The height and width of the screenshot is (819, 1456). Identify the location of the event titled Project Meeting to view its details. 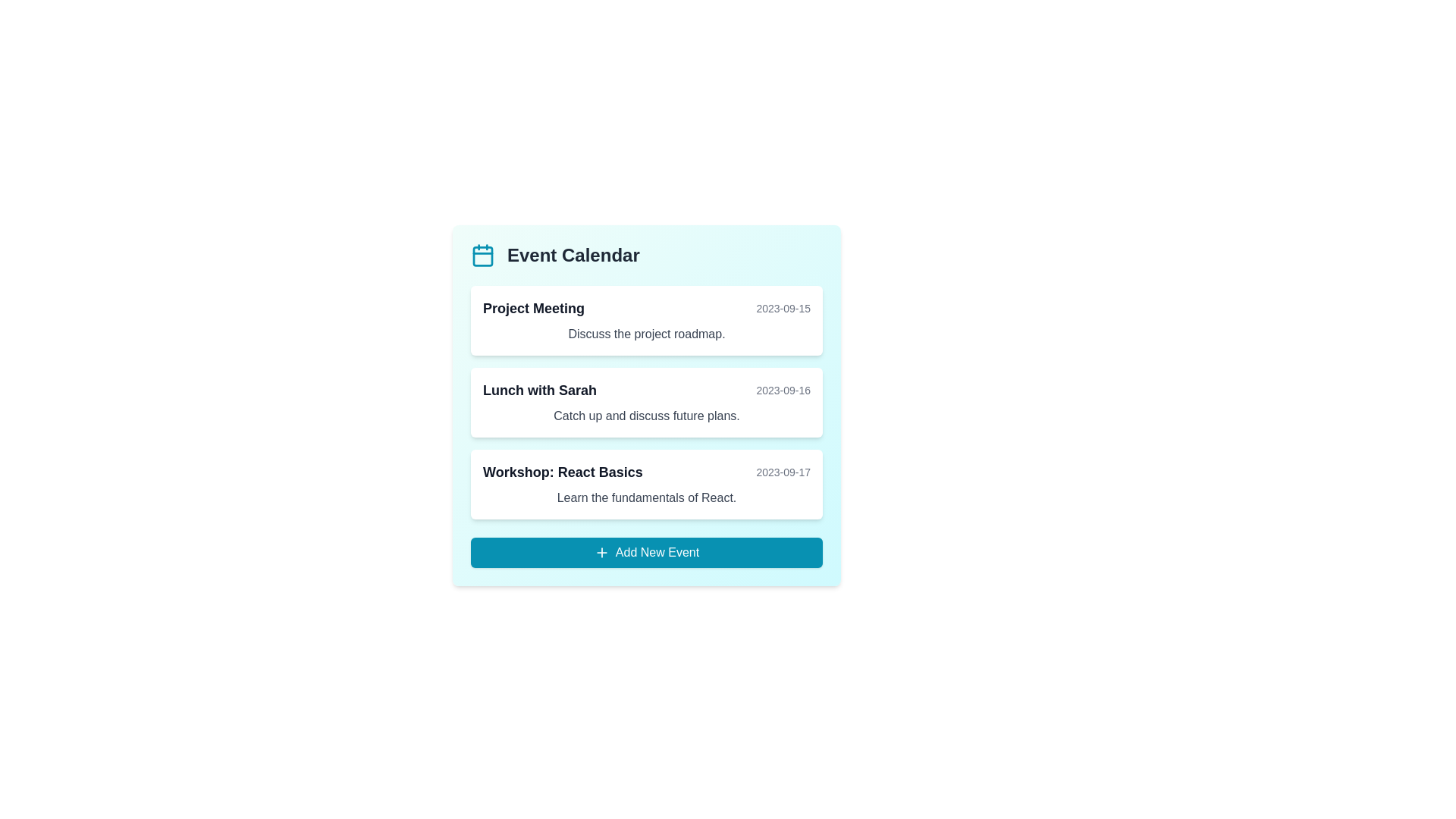
(647, 320).